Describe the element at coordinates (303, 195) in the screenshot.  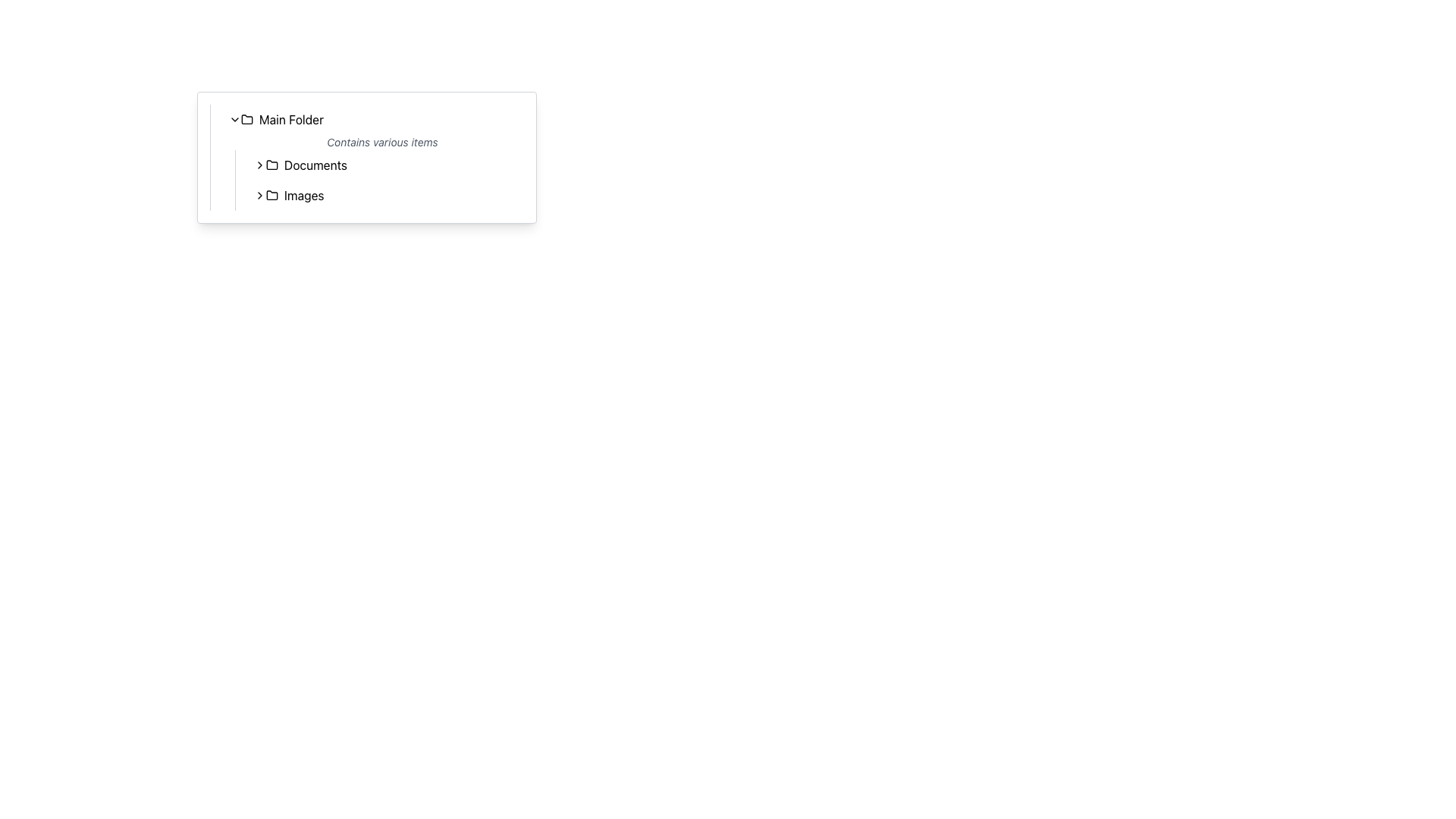
I see `the text element displaying 'Images', which is styled in a sans-serif font and located to the right of a folder icon in the third row of a vertical list under the 'Main Folder' in the 'Documents' subsection` at that location.